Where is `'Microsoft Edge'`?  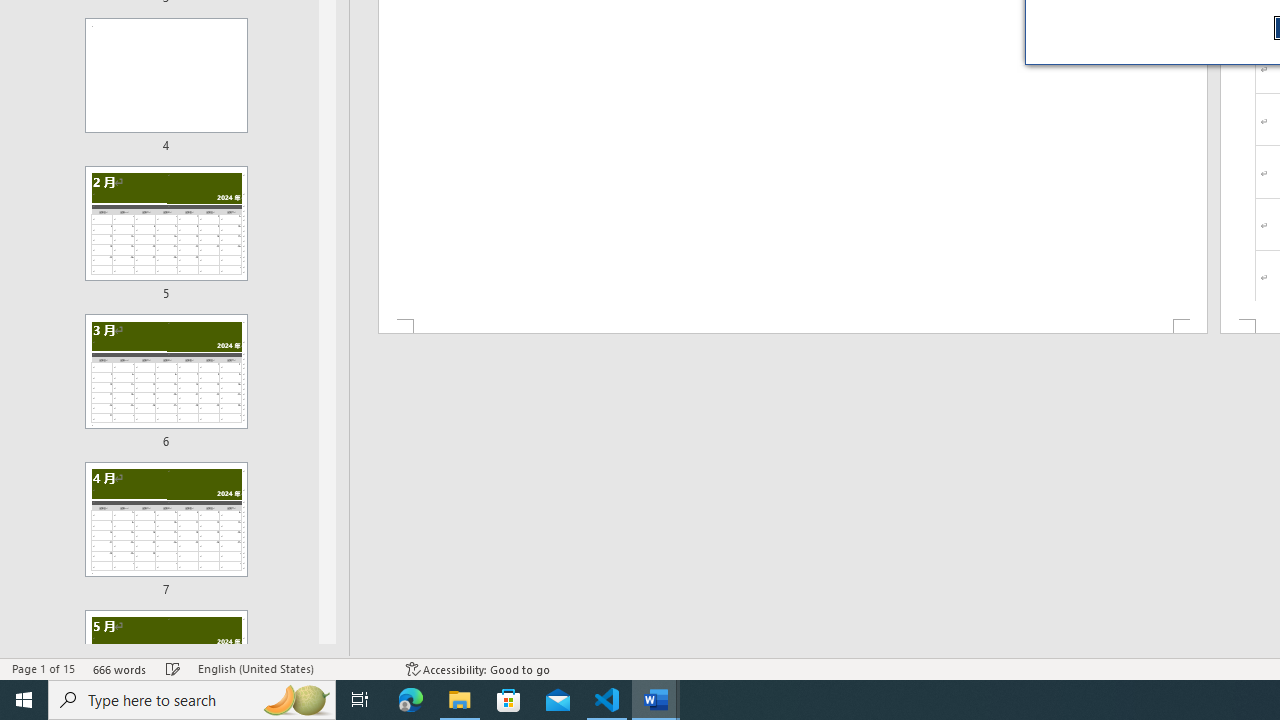
'Microsoft Edge' is located at coordinates (410, 698).